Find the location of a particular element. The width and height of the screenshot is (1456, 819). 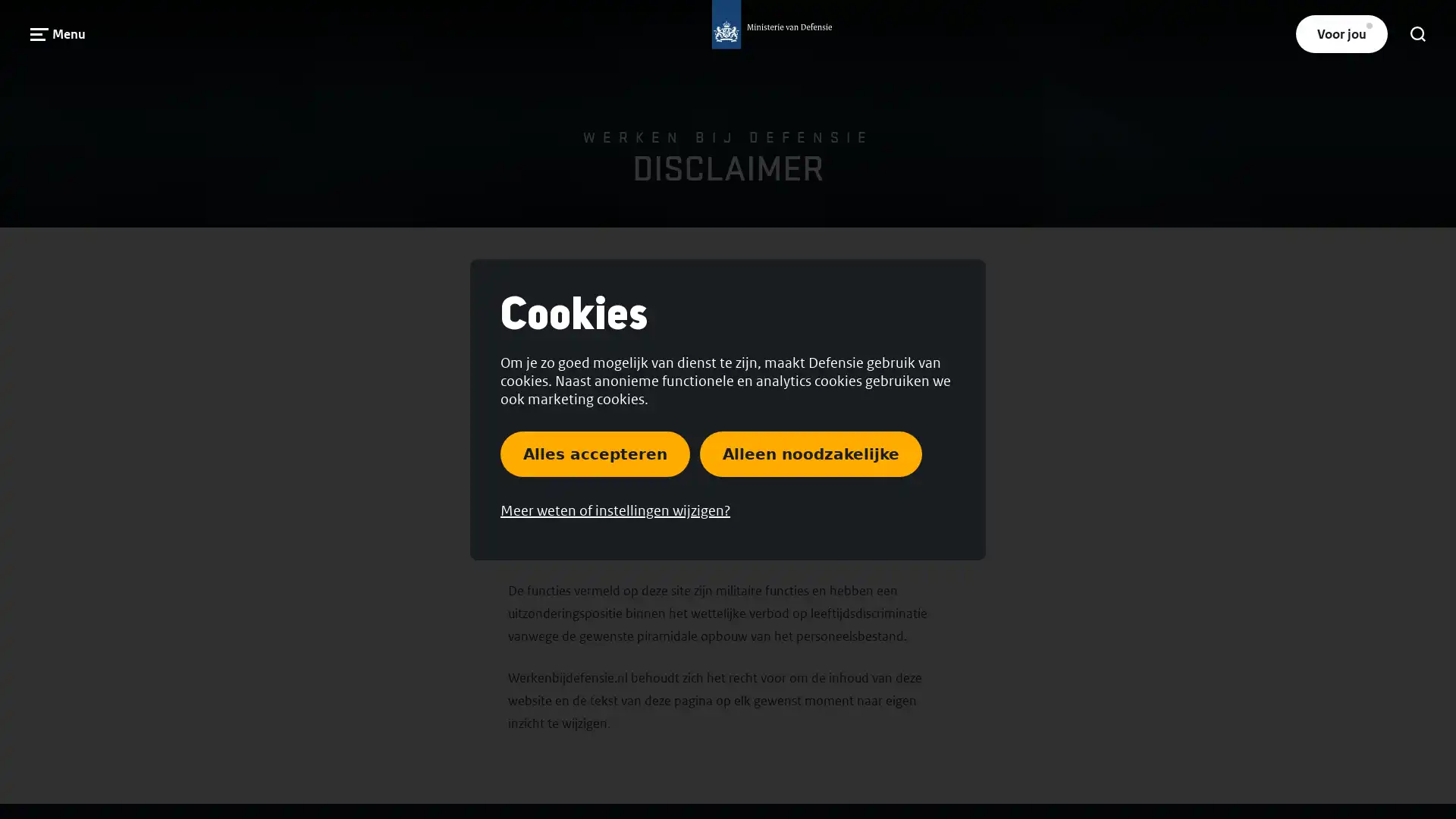

Alleen noodzakelijke is located at coordinates (810, 452).